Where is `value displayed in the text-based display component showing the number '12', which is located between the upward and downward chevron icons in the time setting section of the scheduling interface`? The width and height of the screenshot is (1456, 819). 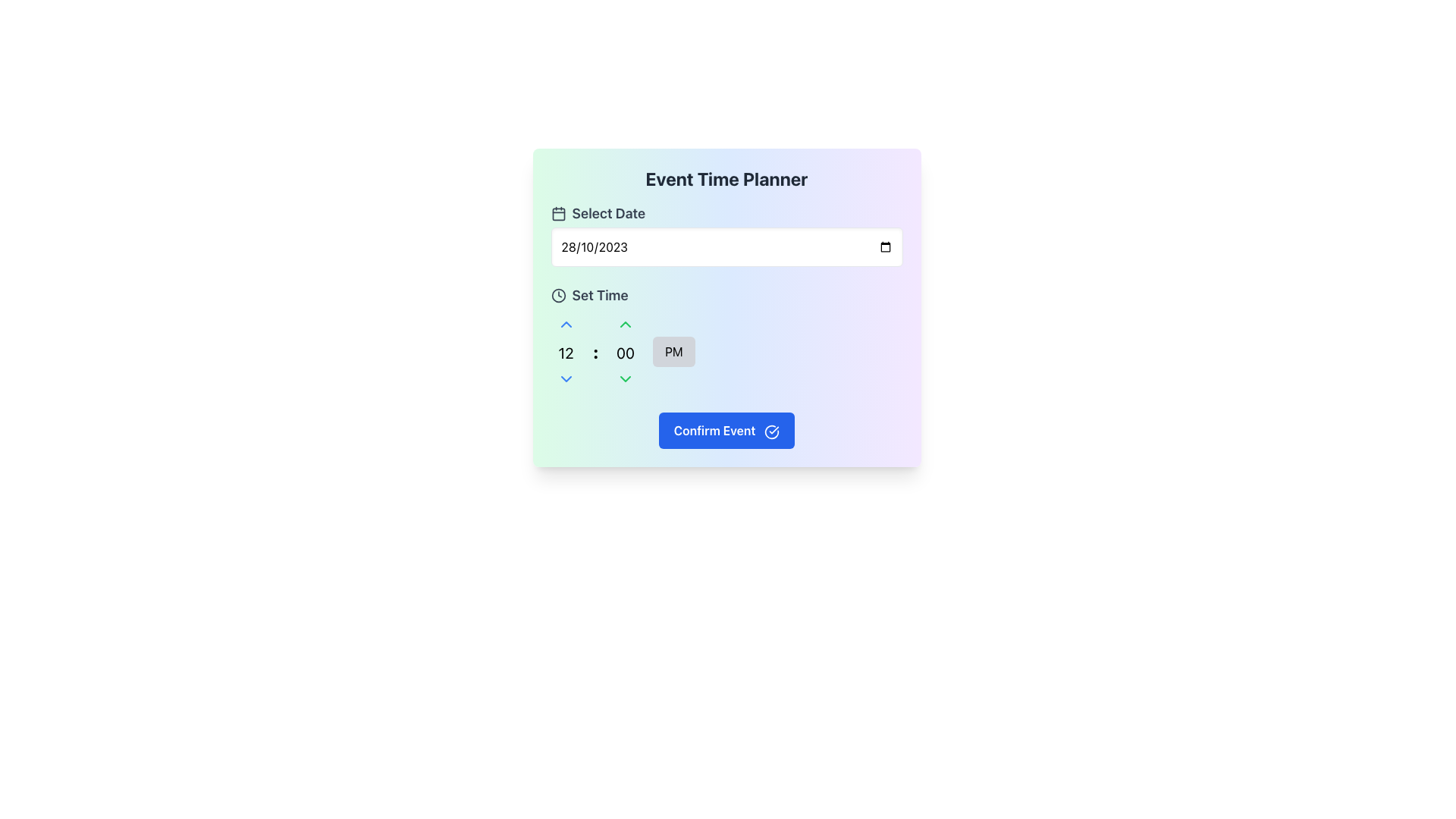
value displayed in the text-based display component showing the number '12', which is located between the upward and downward chevron icons in the time setting section of the scheduling interface is located at coordinates (565, 351).